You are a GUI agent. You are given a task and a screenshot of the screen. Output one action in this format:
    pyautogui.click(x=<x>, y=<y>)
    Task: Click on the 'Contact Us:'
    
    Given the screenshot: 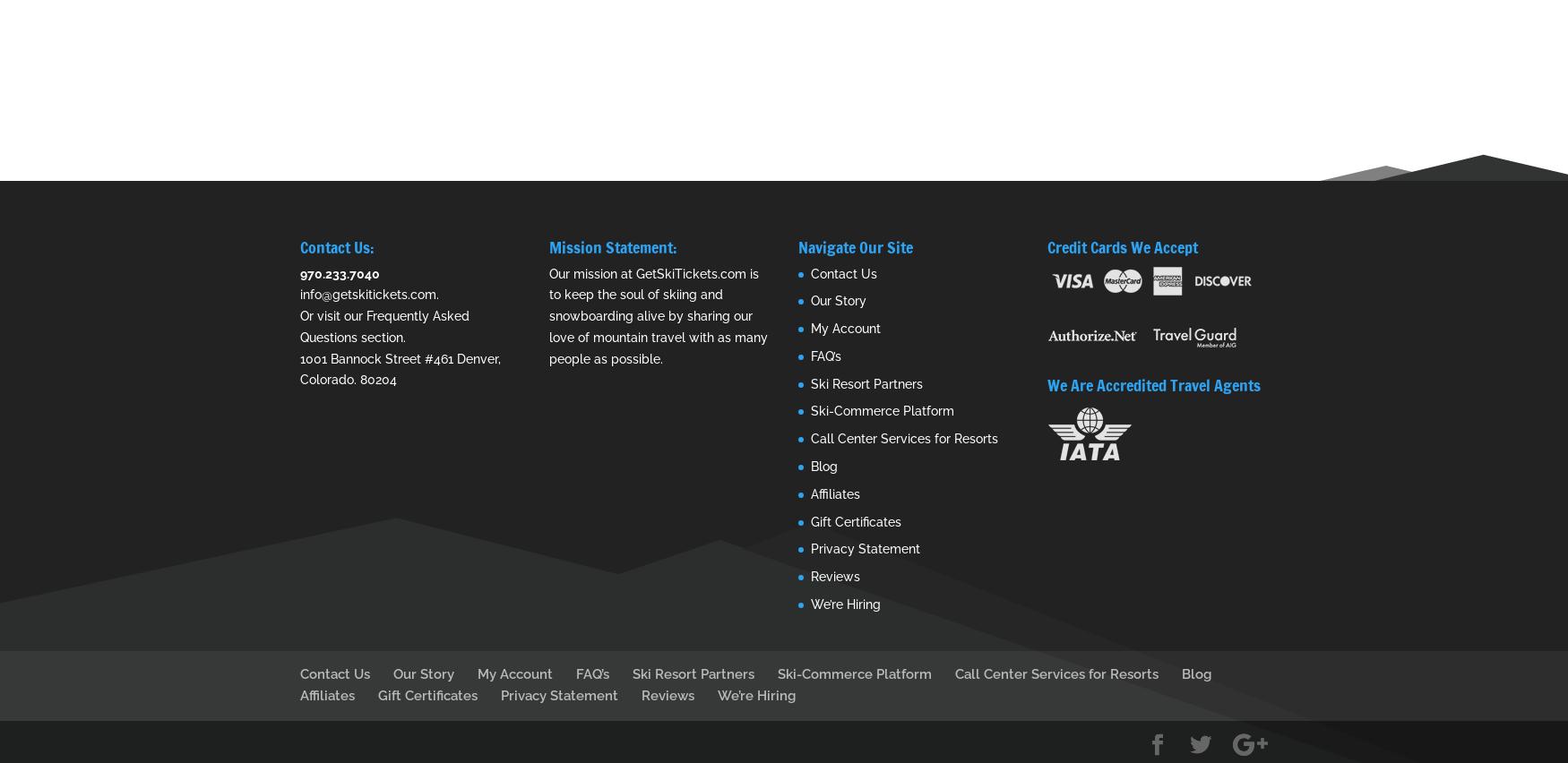 What is the action you would take?
    pyautogui.click(x=336, y=246)
    